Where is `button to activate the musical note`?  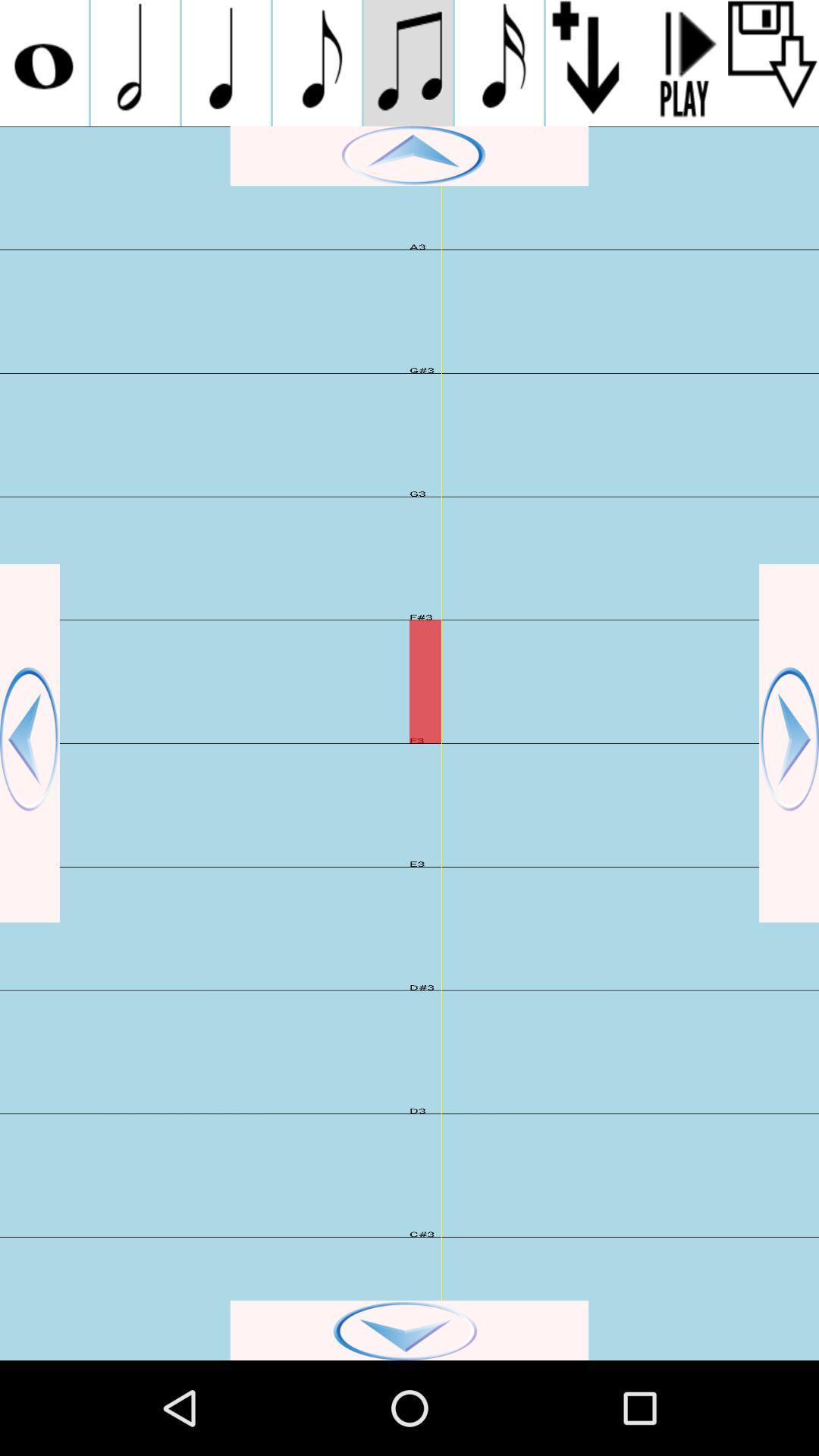
button to activate the musical note is located at coordinates (316, 62).